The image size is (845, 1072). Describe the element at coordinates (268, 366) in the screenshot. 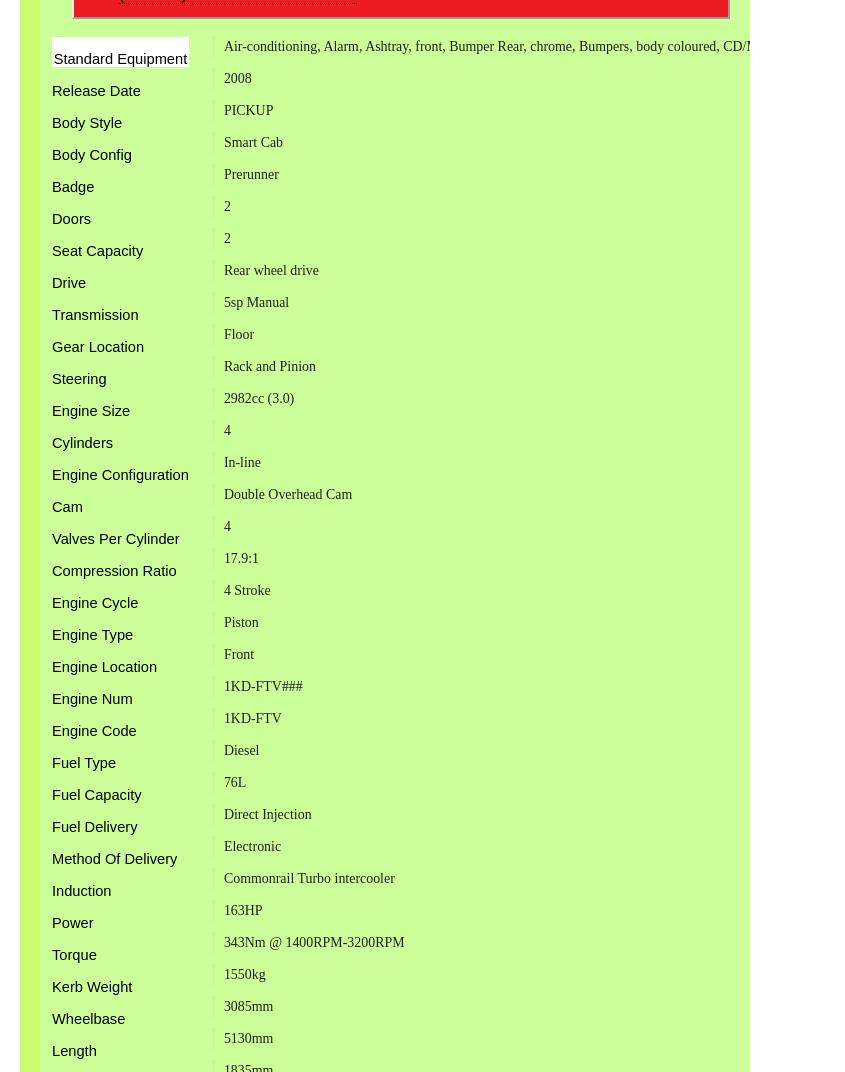

I see `'Rack and Pinion'` at that location.